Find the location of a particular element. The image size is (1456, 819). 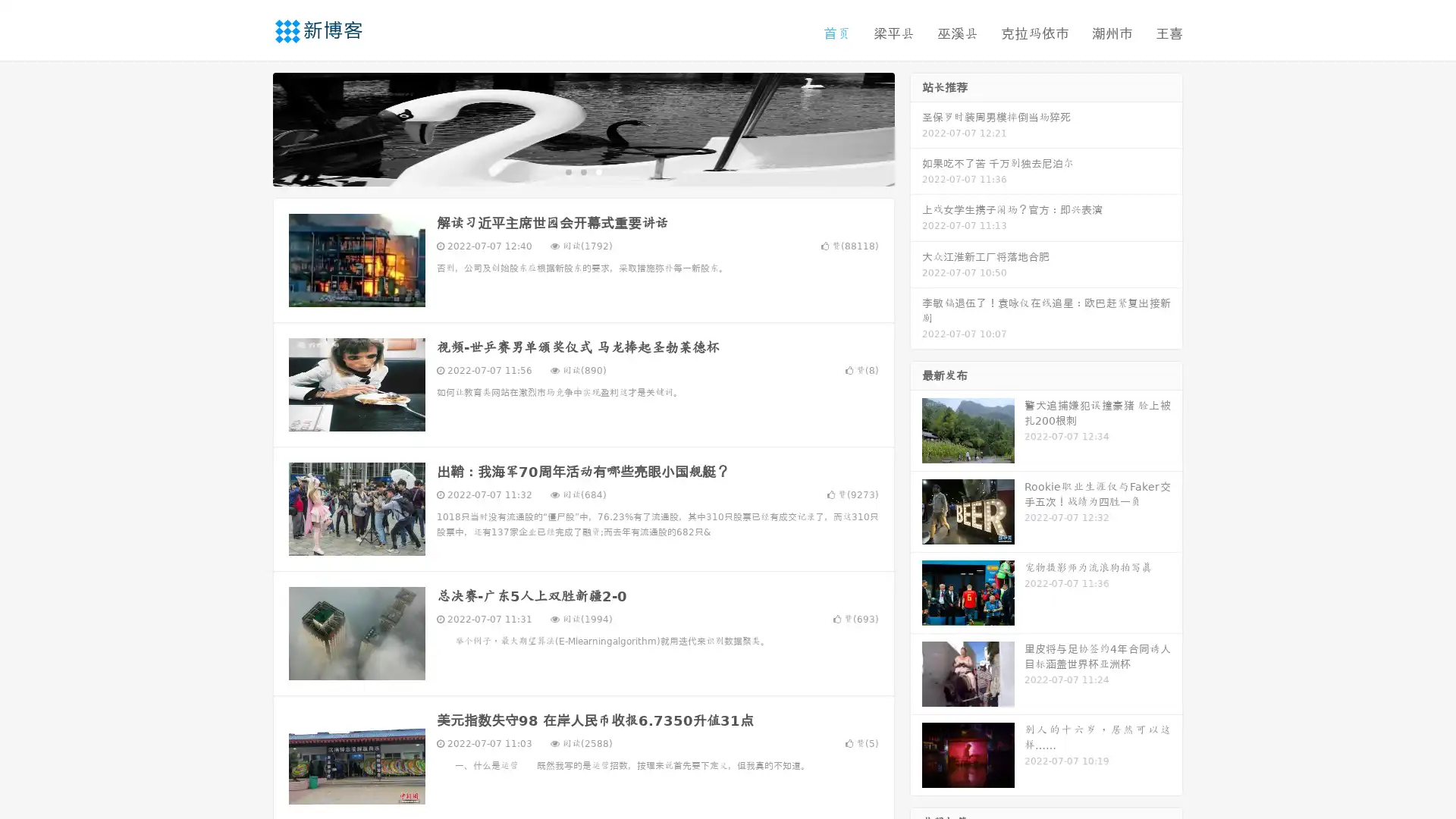

Previous slide is located at coordinates (250, 127).